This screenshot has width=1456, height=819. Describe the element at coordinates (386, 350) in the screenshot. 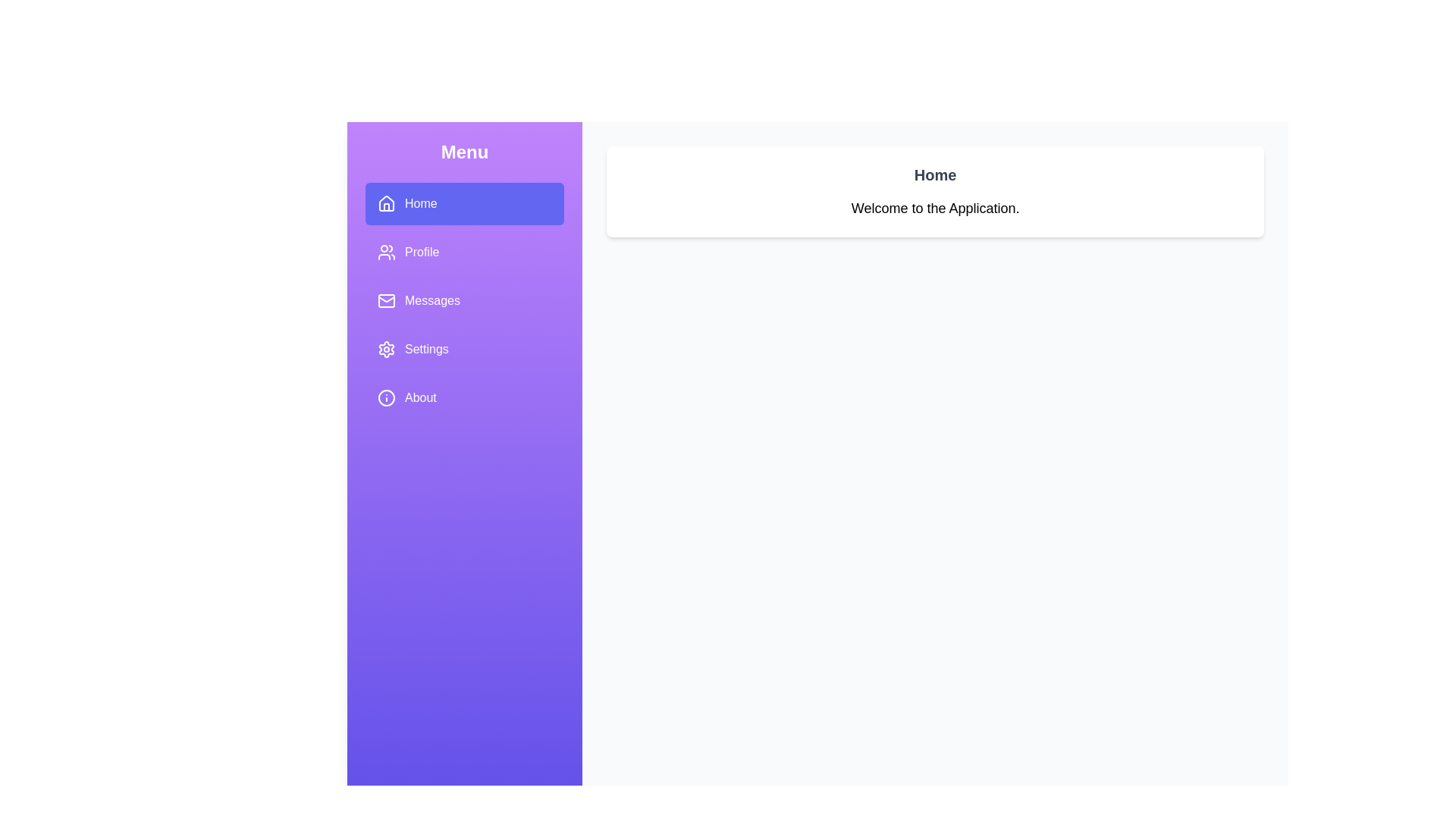

I see `the graphic icon embedded within the settings menu` at that location.